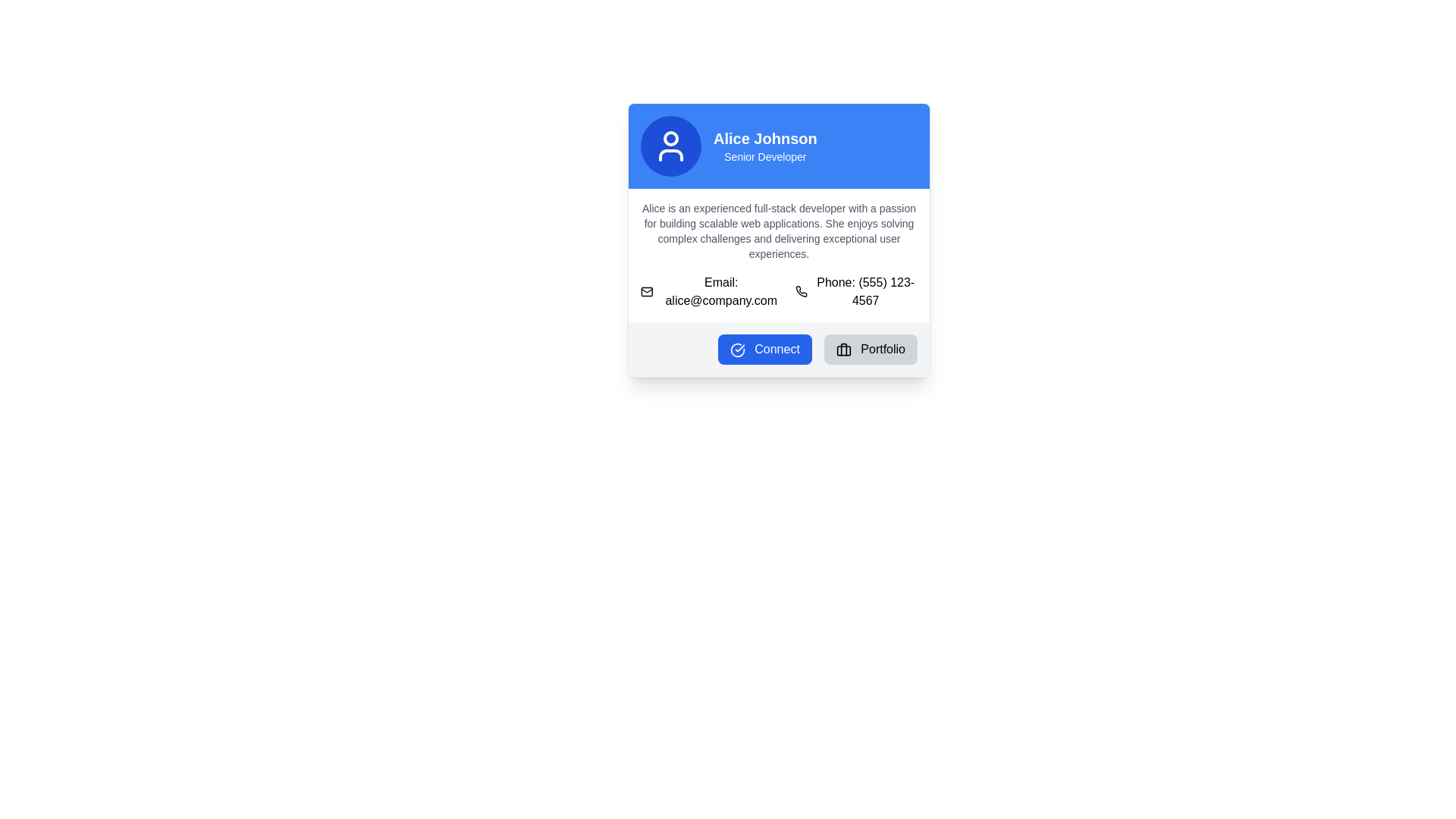  What do you see at coordinates (779, 254) in the screenshot?
I see `information from the informational block containing Alice's details, which includes her experience as a developer and her contact information` at bounding box center [779, 254].